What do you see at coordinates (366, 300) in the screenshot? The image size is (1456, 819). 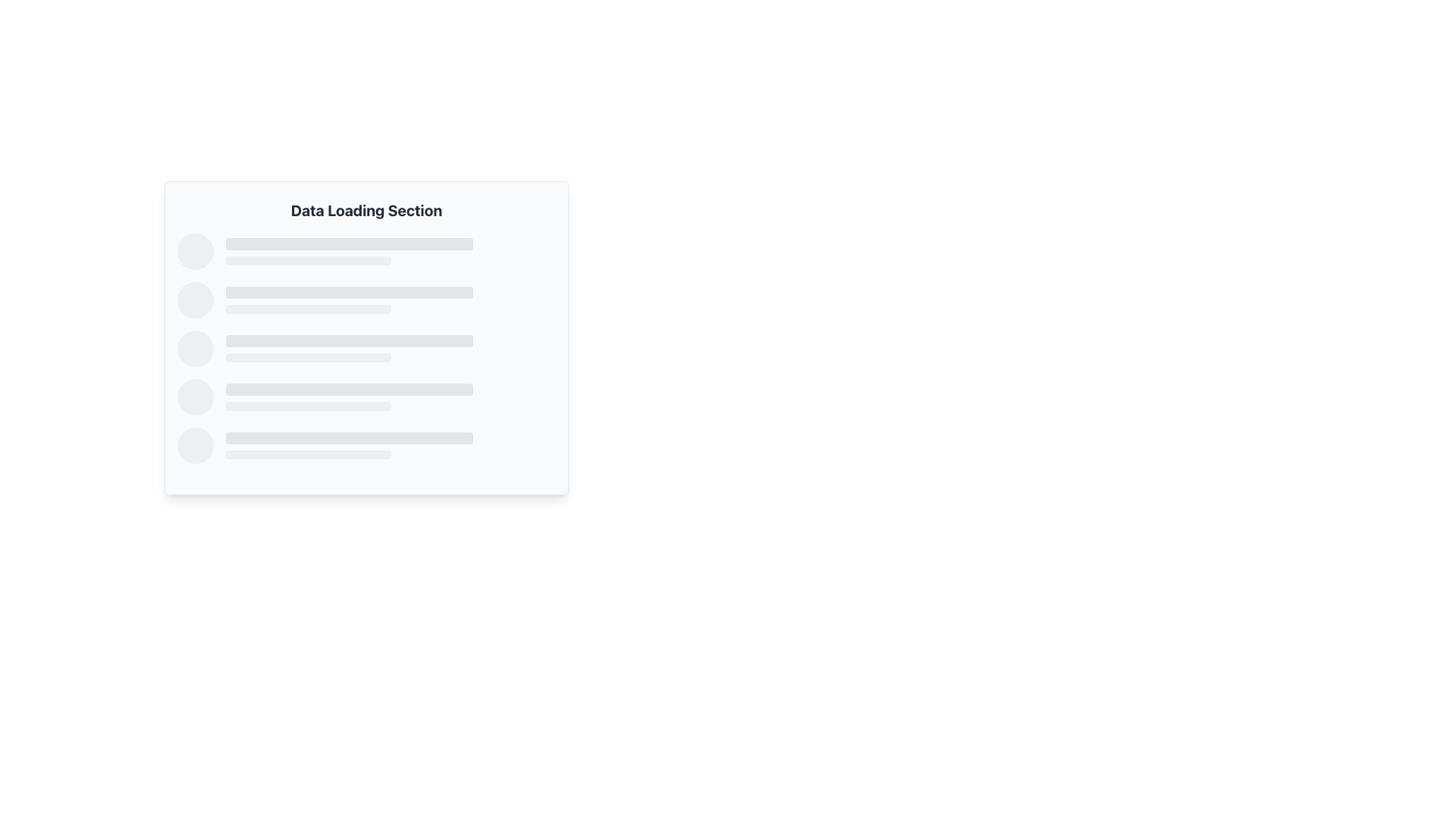 I see `the second Skeleton placeholder item in the loading UI, which visually indicates that content is being fetched, positioned vertically in the list between the first and third elements` at bounding box center [366, 300].